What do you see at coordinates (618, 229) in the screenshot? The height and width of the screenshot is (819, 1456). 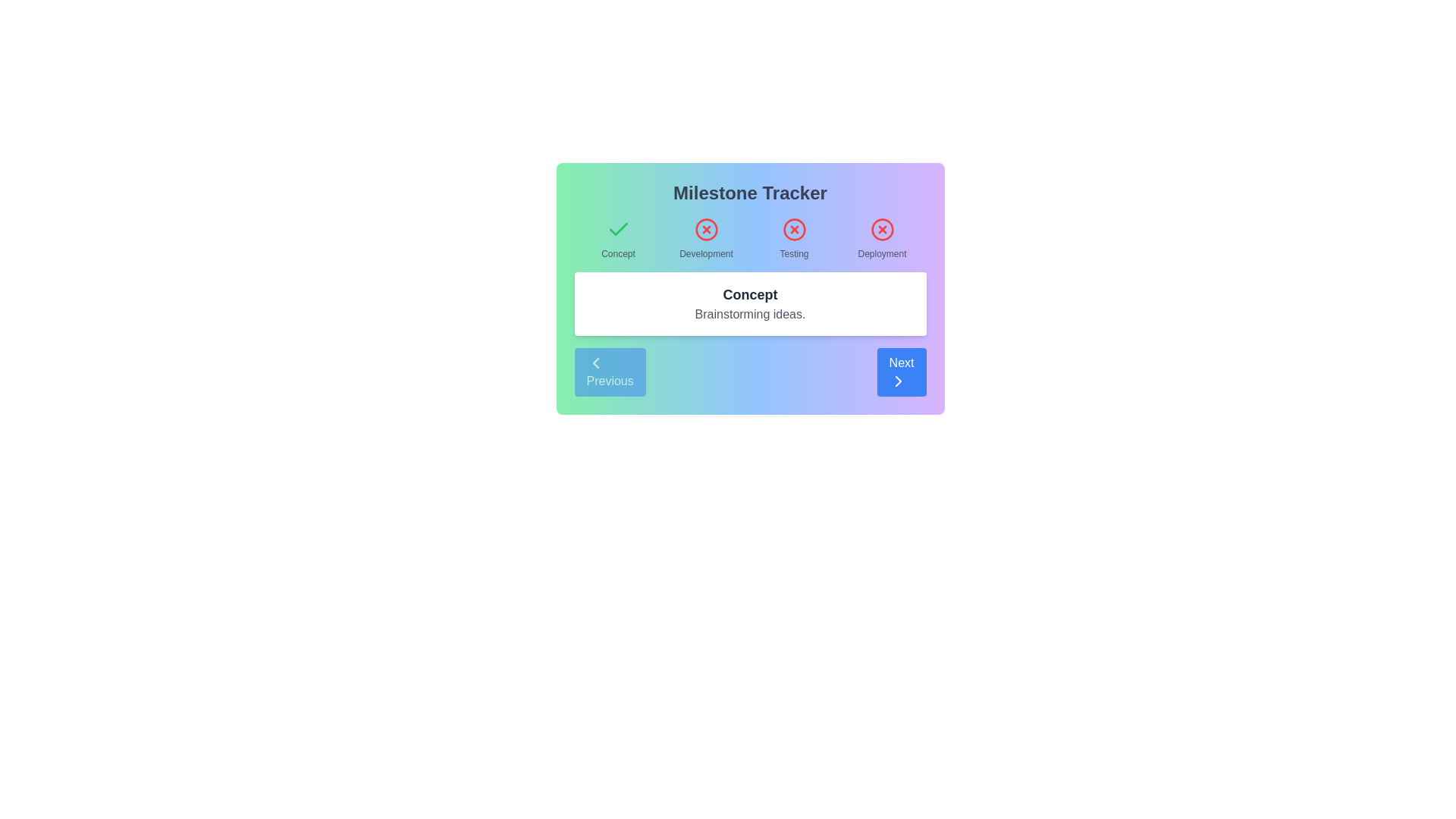 I see `the status of the green checkmark icon indicating completion, positioned above the label 'Concept'` at bounding box center [618, 229].